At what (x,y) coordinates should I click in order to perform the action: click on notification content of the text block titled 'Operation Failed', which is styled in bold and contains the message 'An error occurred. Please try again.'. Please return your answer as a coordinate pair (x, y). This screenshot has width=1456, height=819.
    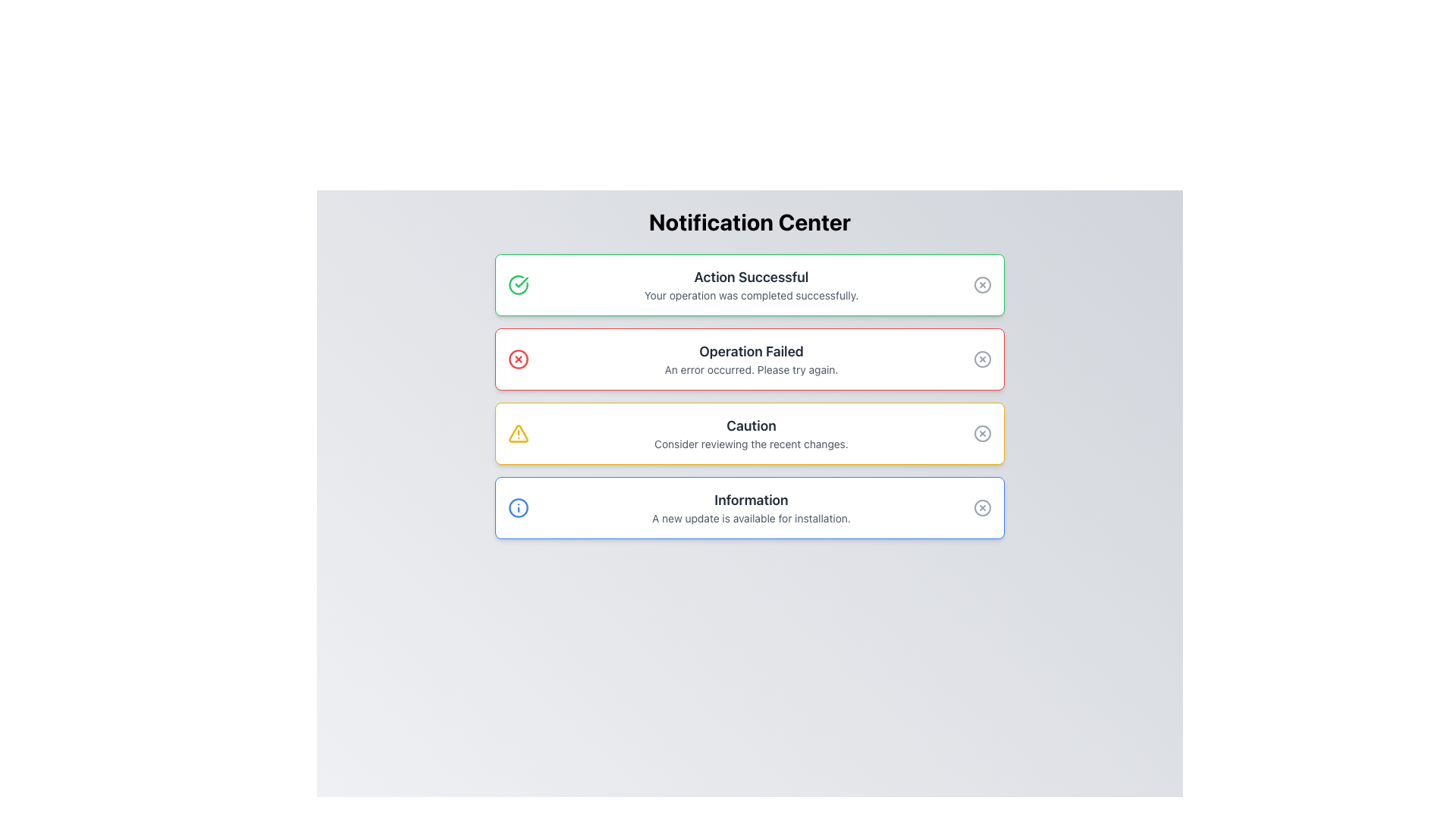
    Looking at the image, I should click on (751, 359).